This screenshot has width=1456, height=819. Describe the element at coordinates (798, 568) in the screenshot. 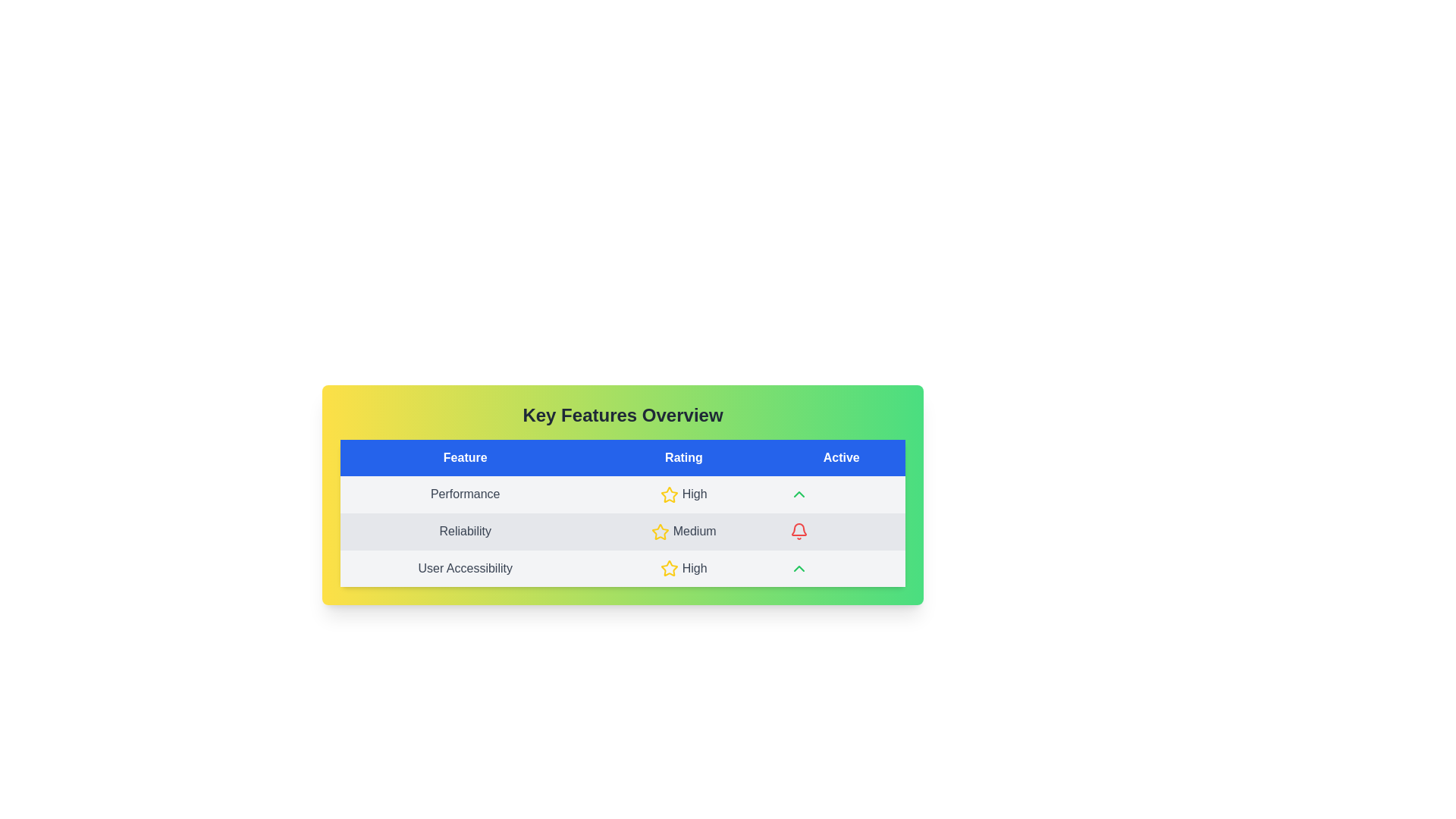

I see `the 'User Accessibility' indicator icon in the 'Active' column of the last row in the 'Key Features Overview' table` at that location.